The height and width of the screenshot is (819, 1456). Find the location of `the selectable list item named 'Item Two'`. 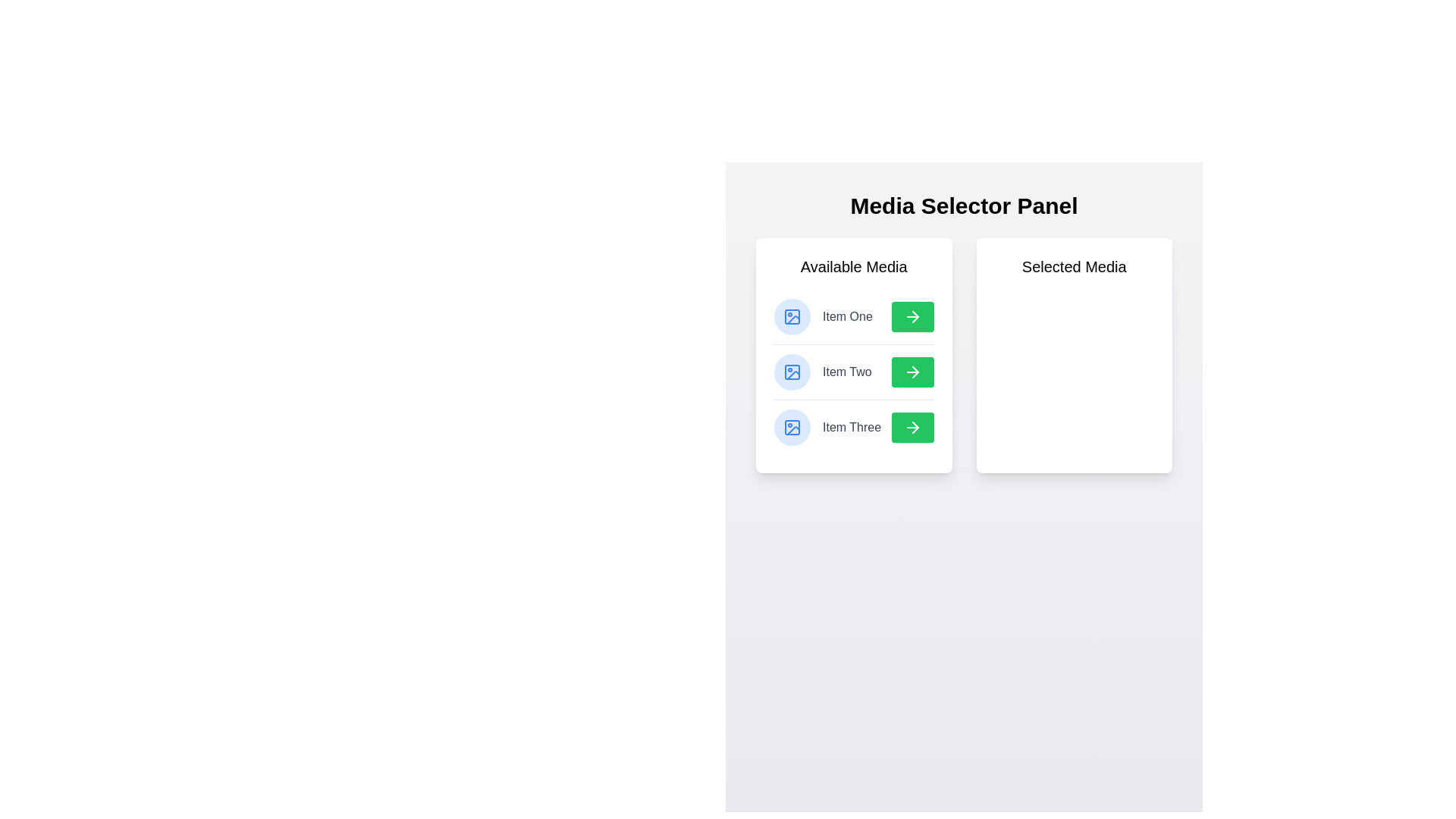

the selectable list item named 'Item Two' is located at coordinates (822, 372).